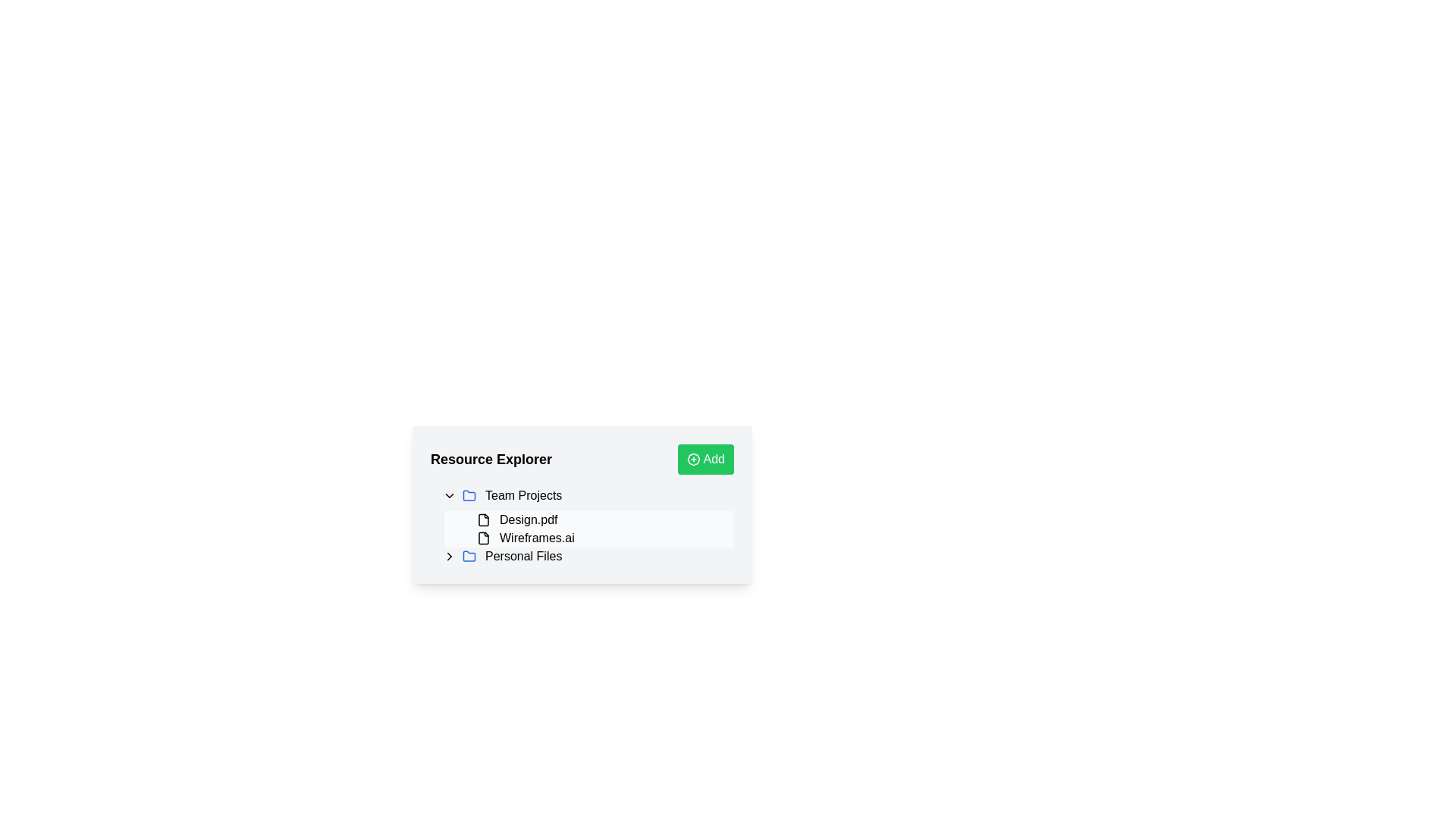 This screenshot has height=819, width=1456. I want to click on the file representation icon located to the left of the label text 'Wireframes.ai' in the Resource Explorer interface by moving the cursor to its center, so click(483, 537).